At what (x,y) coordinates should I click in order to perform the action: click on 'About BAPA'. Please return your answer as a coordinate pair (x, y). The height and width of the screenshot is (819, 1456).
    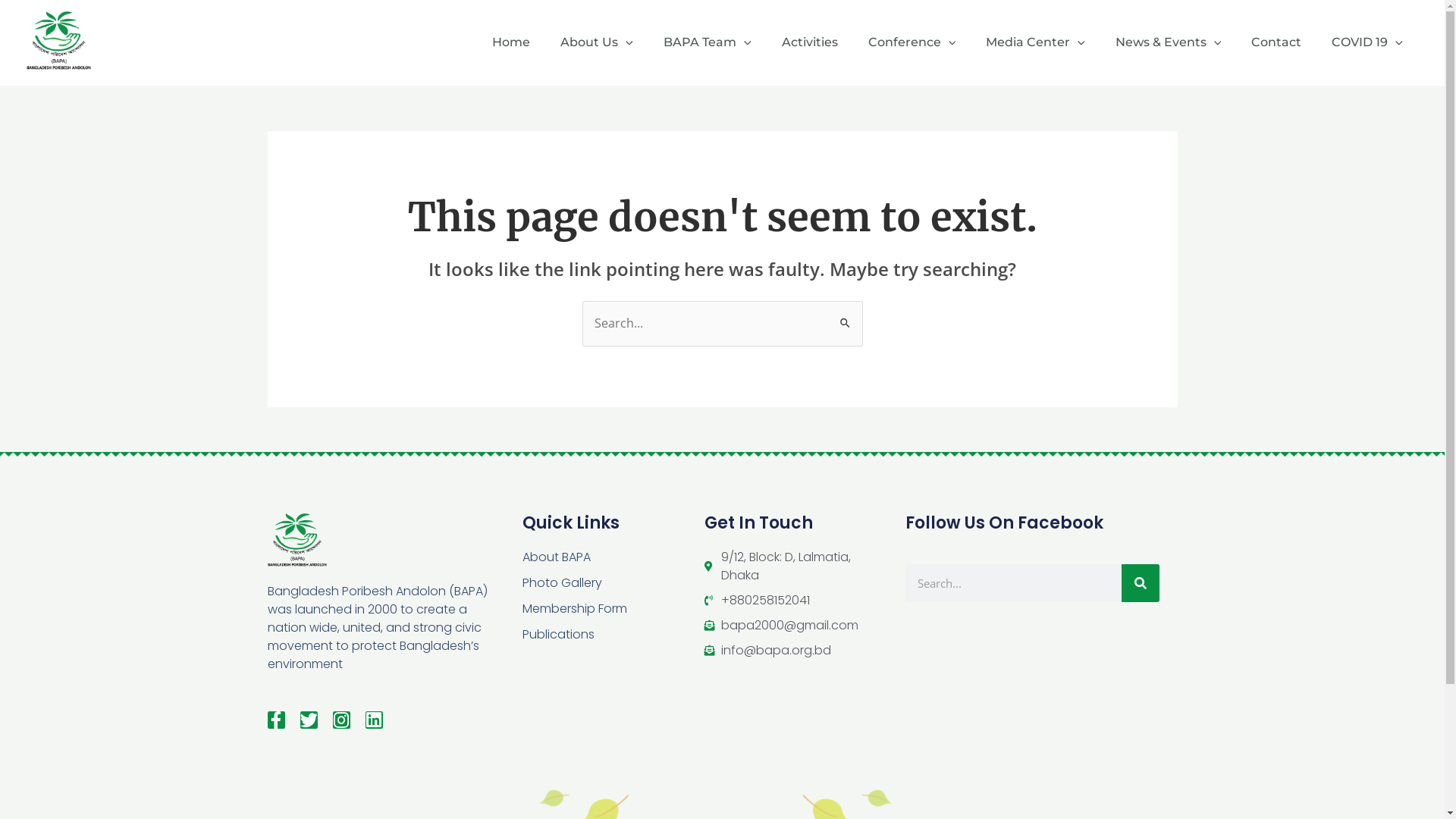
    Looking at the image, I should click on (612, 557).